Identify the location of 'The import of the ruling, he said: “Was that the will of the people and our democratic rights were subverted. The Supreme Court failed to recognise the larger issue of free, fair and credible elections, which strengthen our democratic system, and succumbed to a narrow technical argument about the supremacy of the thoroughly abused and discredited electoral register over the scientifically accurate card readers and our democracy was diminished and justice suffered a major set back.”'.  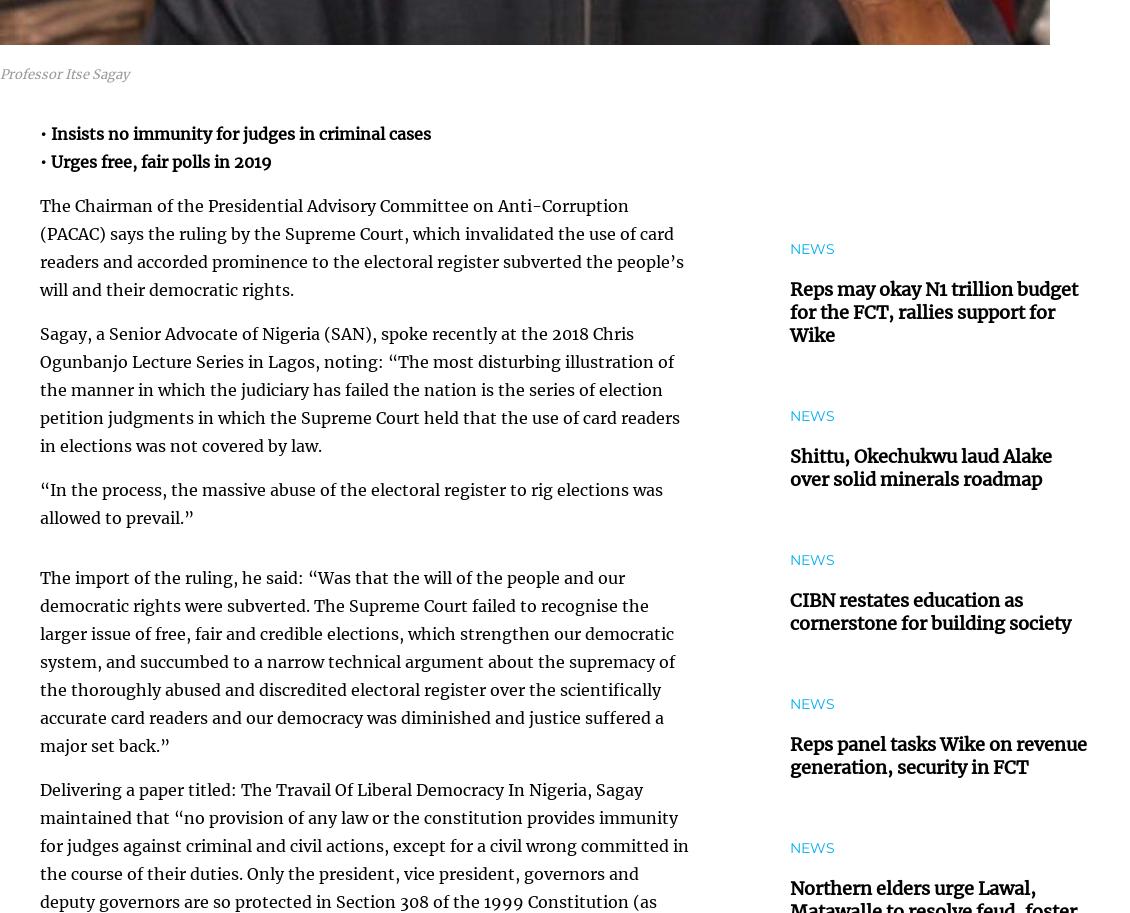
(356, 660).